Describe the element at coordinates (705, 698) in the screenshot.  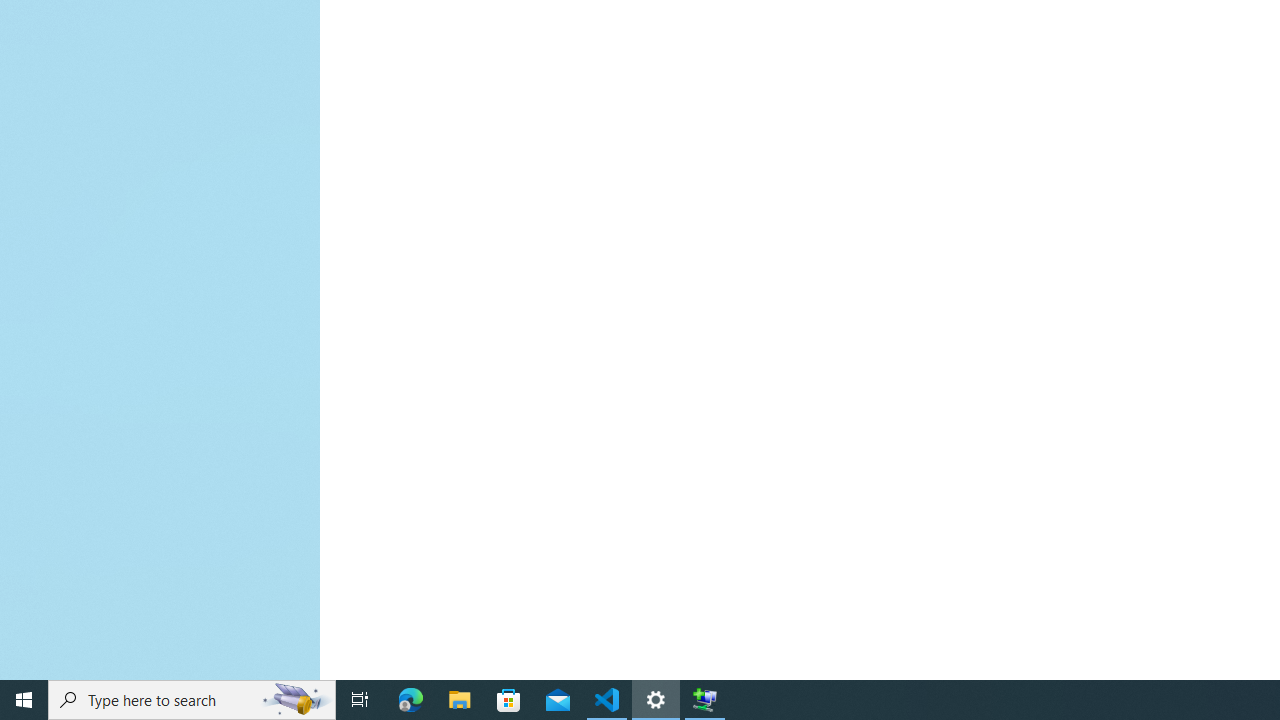
I see `'Extensible Wizards Host Process - 1 running window'` at that location.